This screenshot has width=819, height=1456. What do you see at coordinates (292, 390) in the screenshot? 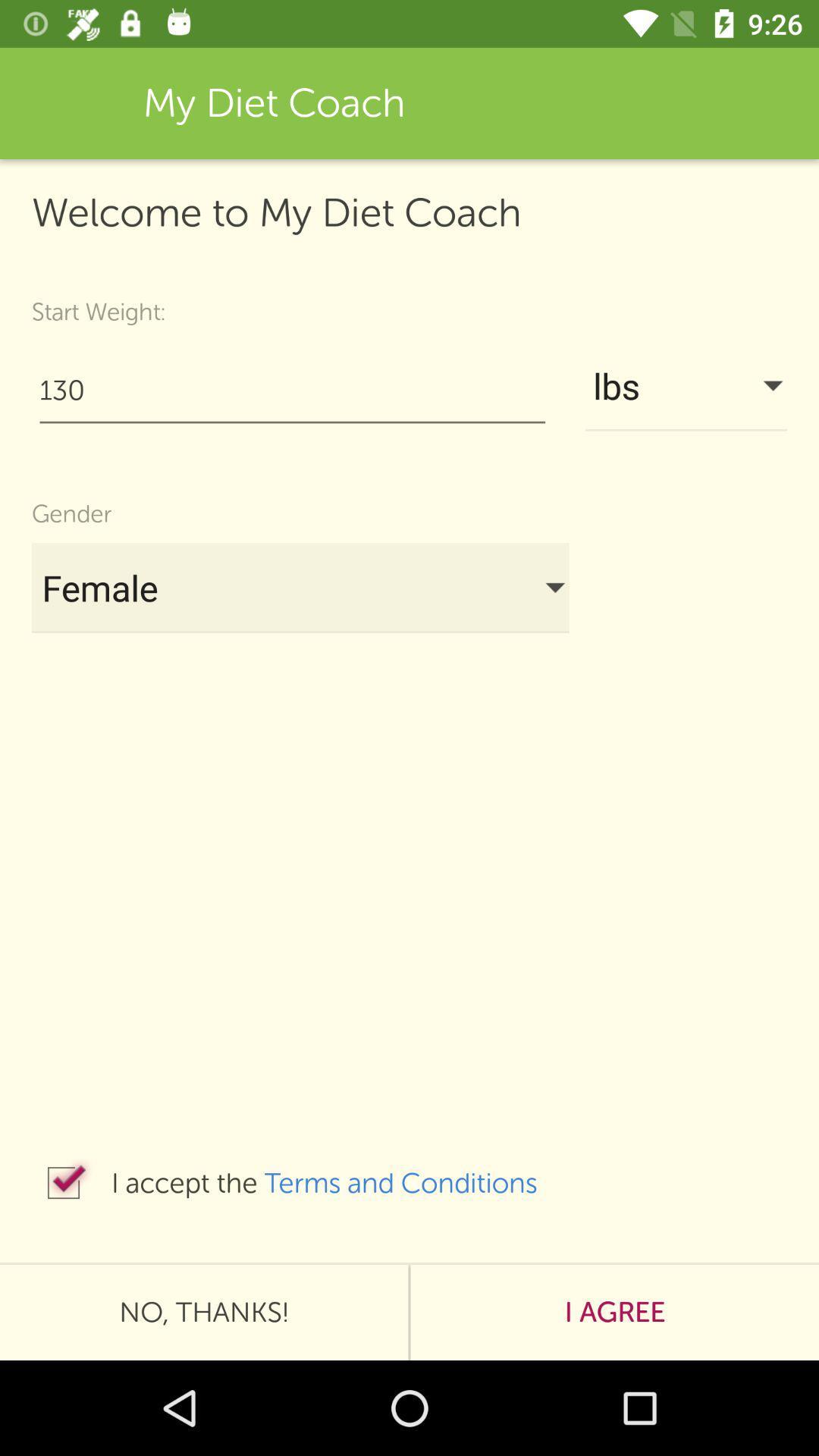
I see `130` at bounding box center [292, 390].